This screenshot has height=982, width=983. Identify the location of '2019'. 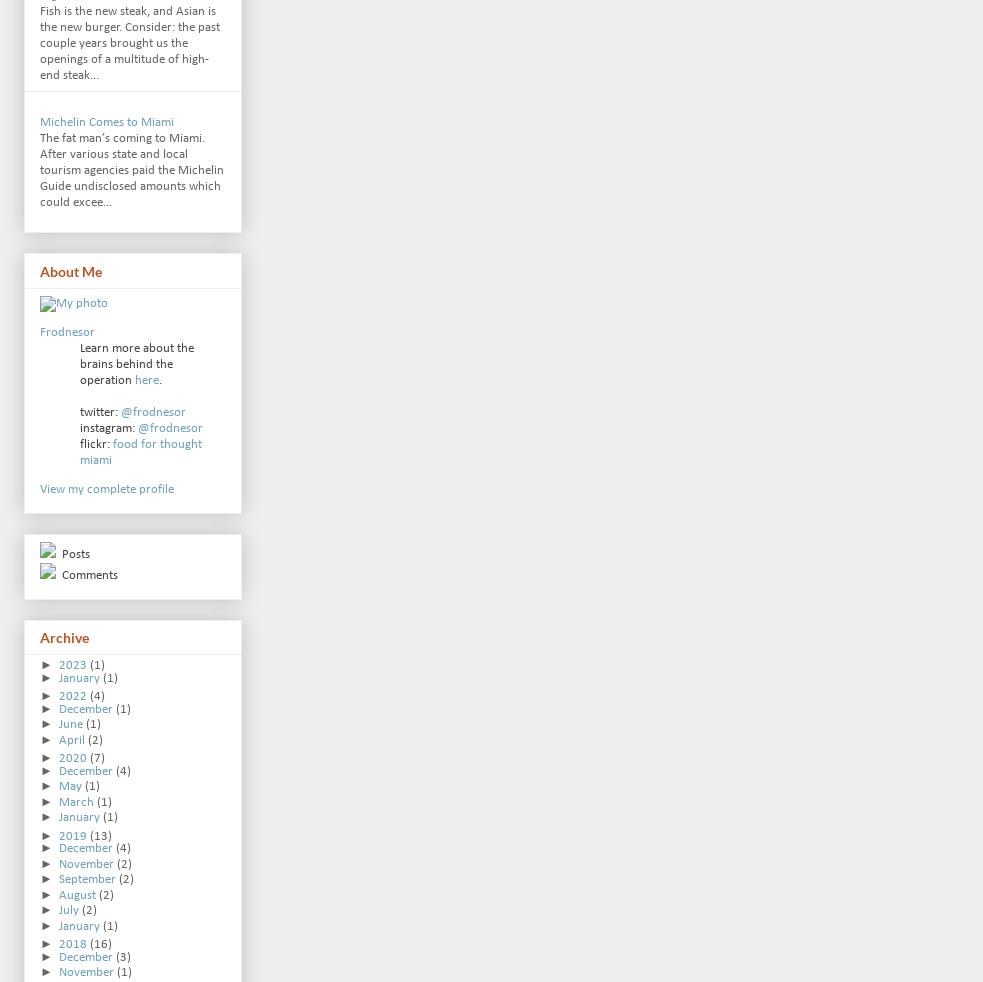
(72, 835).